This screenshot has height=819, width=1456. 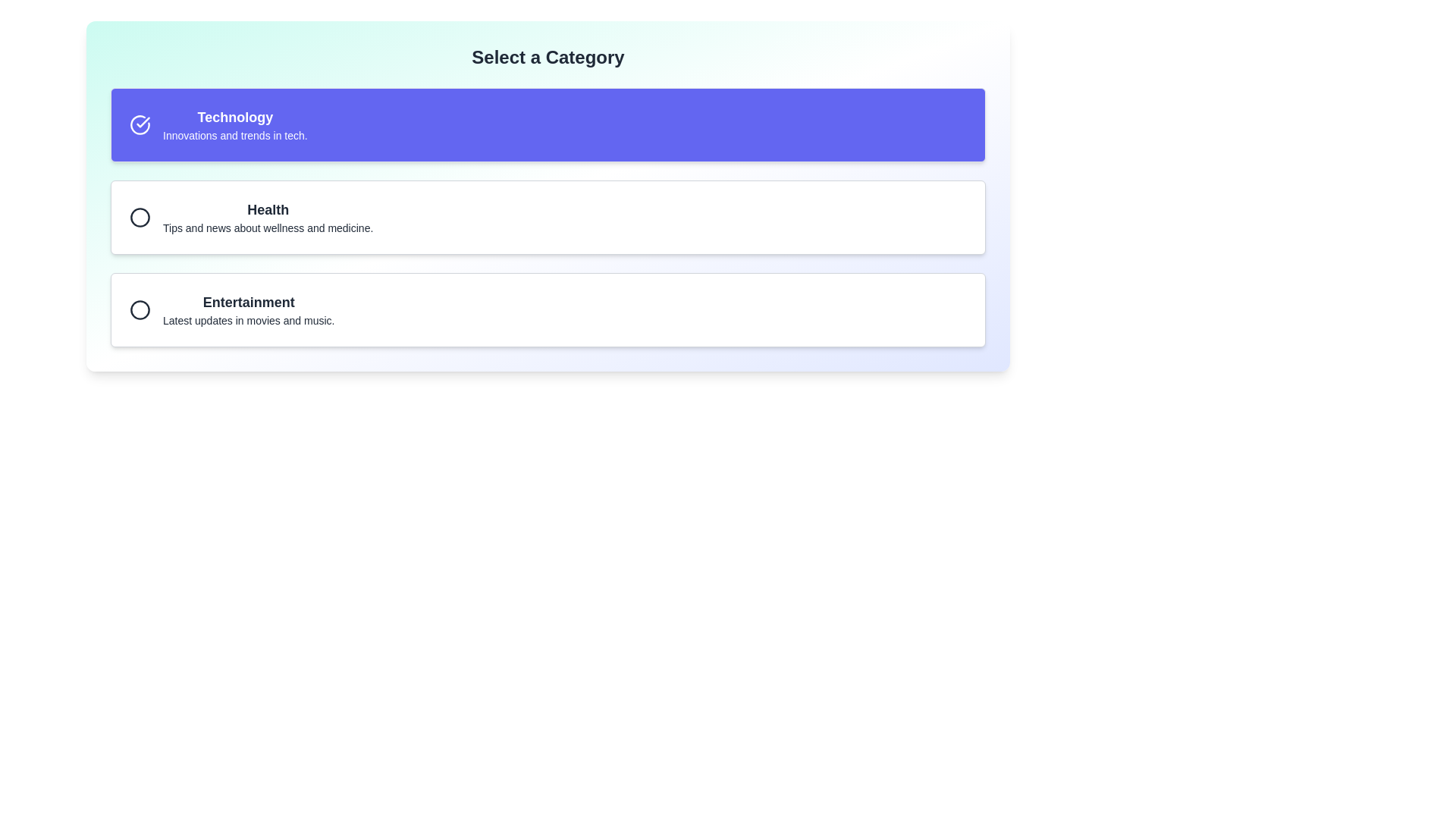 What do you see at coordinates (140, 217) in the screenshot?
I see `the circular indicator icon within the 'Health' row` at bounding box center [140, 217].